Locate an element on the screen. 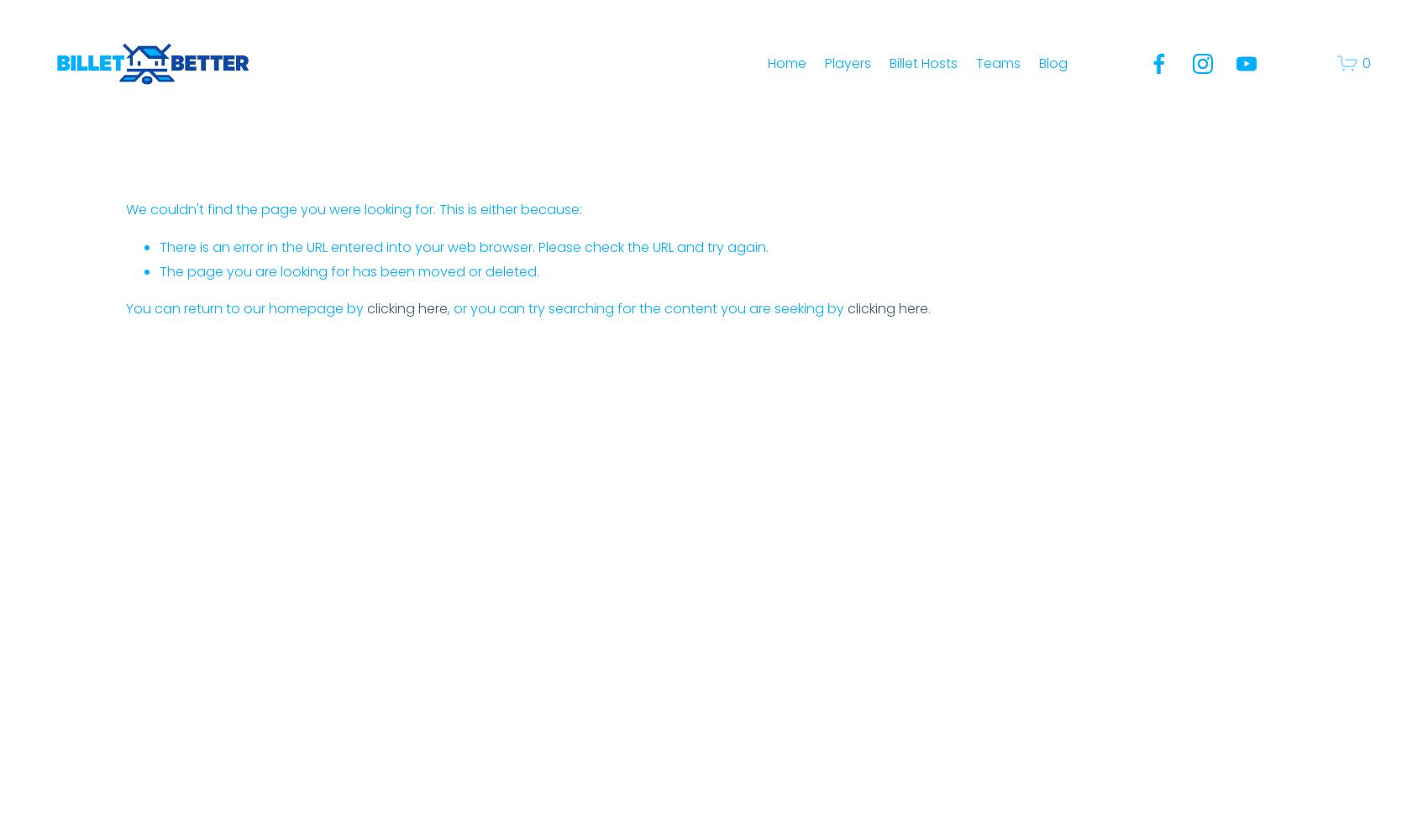 The height and width of the screenshot is (840, 1428). 'Billet Hosts' is located at coordinates (922, 61).